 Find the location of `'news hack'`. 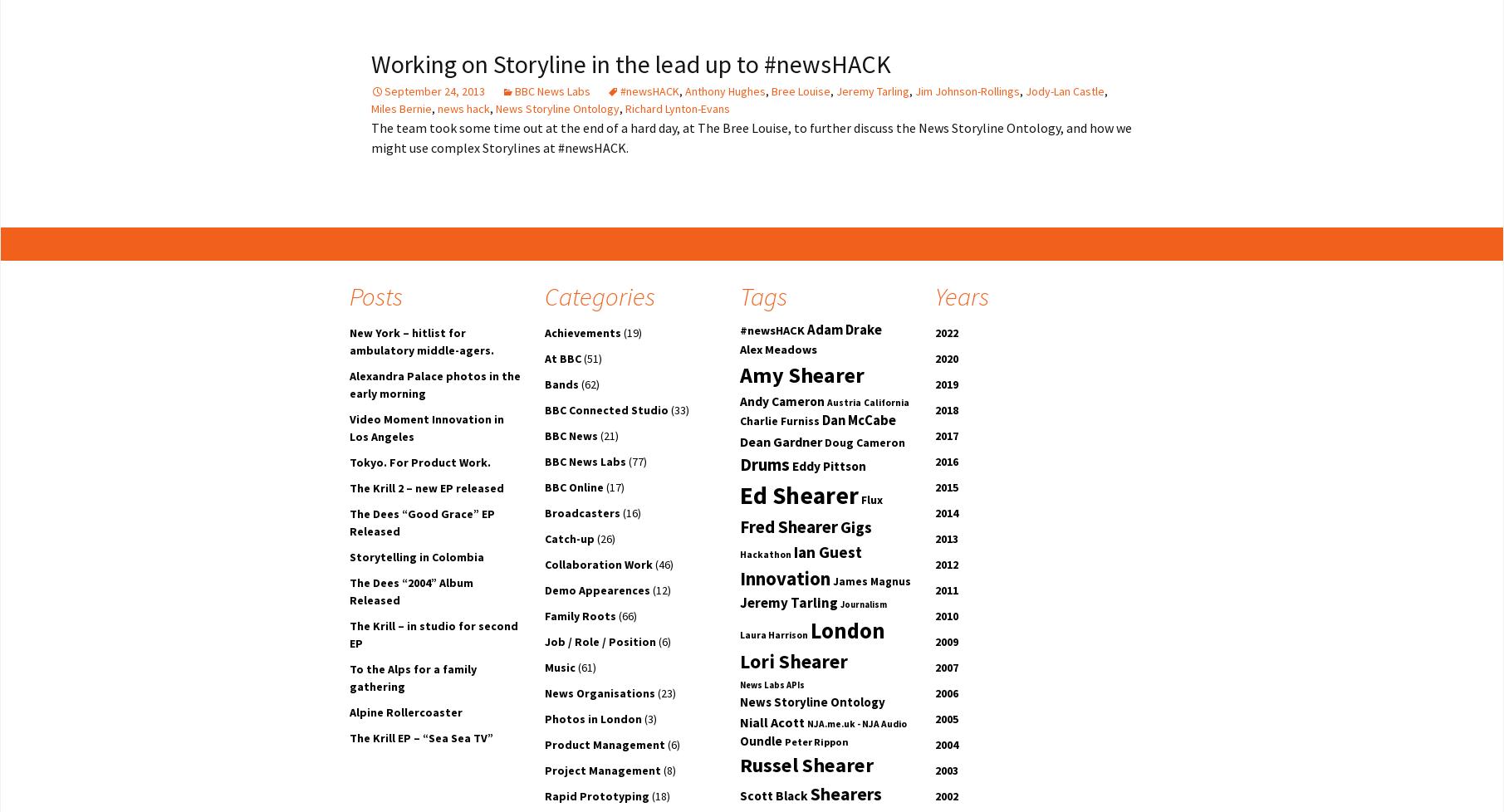

'news hack' is located at coordinates (462, 107).